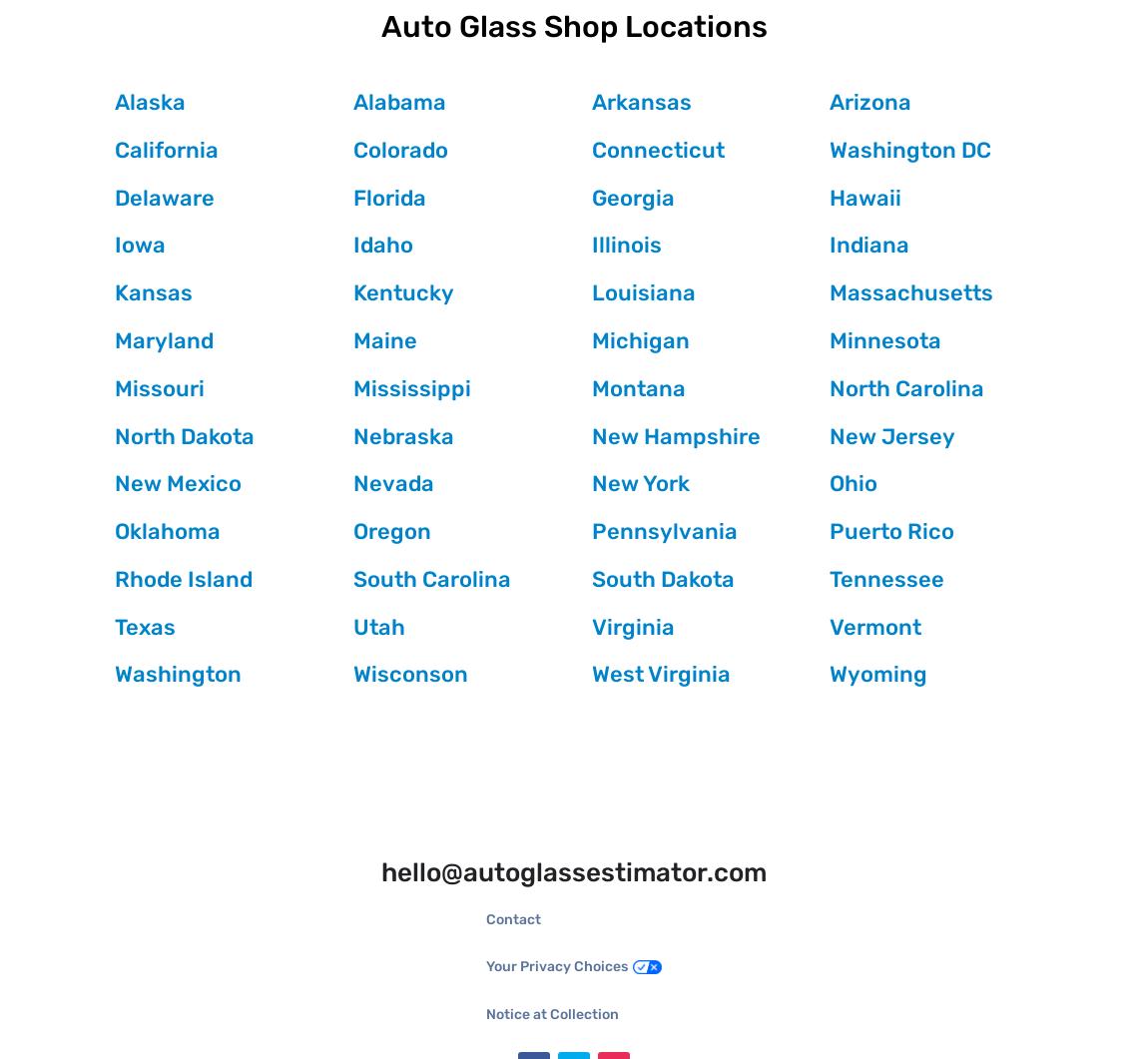 This screenshot has height=1059, width=1148. Describe the element at coordinates (661, 577) in the screenshot. I see `'South Dakota'` at that location.